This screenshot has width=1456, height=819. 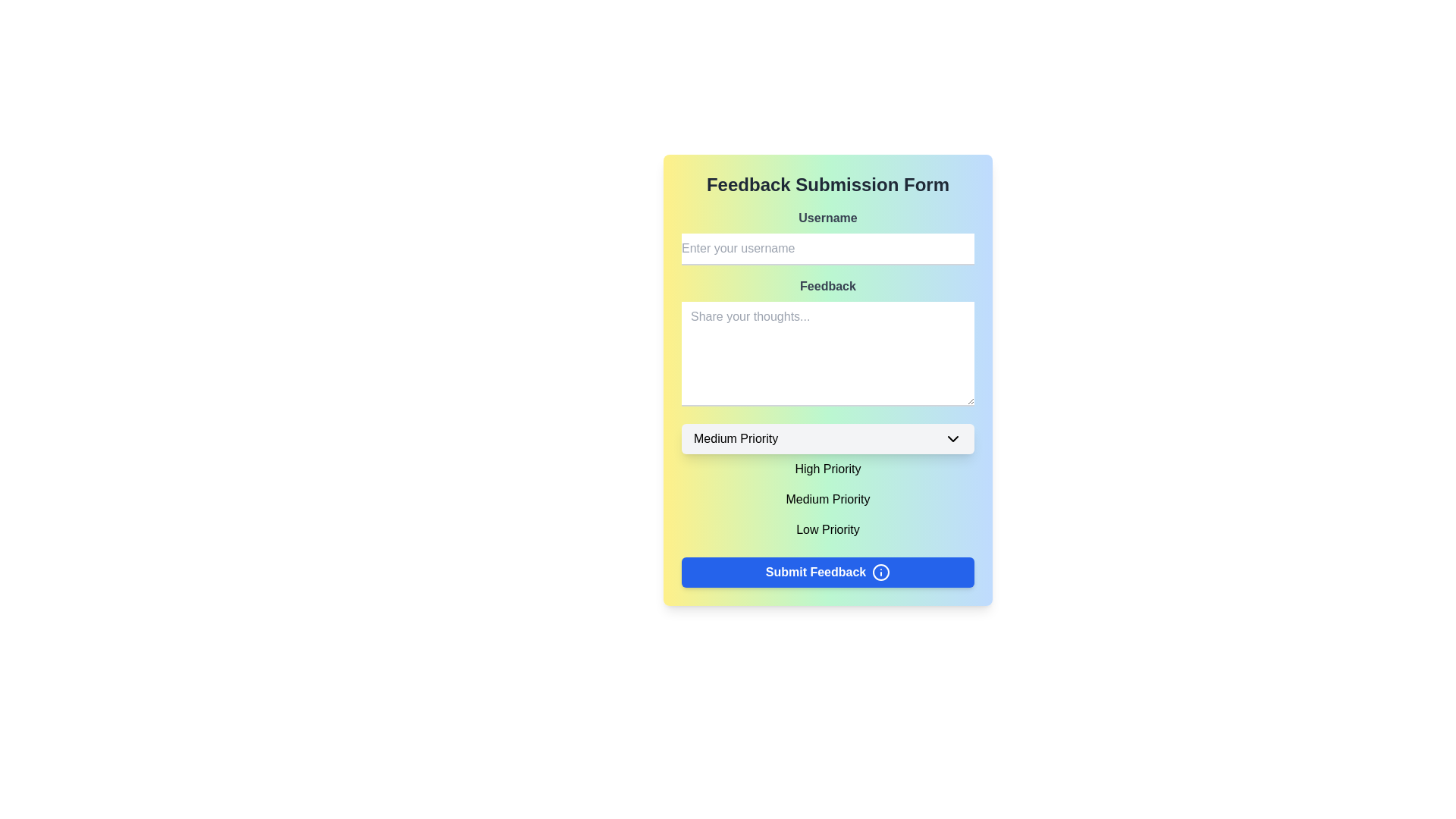 I want to click on the 'High Priority' option in the dropdown menu, which is the first option displaying black text on a multicolored gradient background, so click(x=827, y=468).